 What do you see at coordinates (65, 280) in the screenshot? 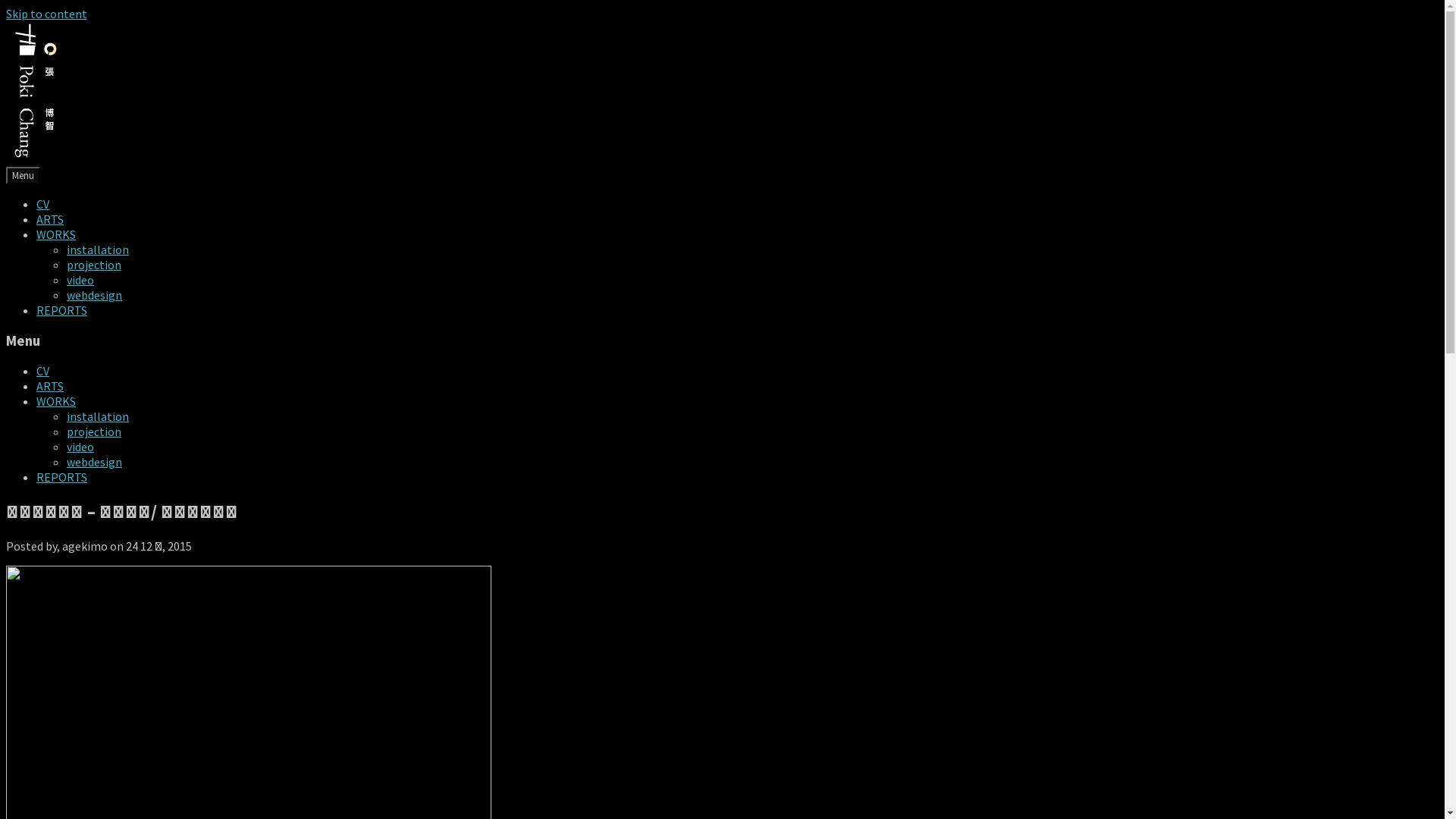
I see `'video'` at bounding box center [65, 280].